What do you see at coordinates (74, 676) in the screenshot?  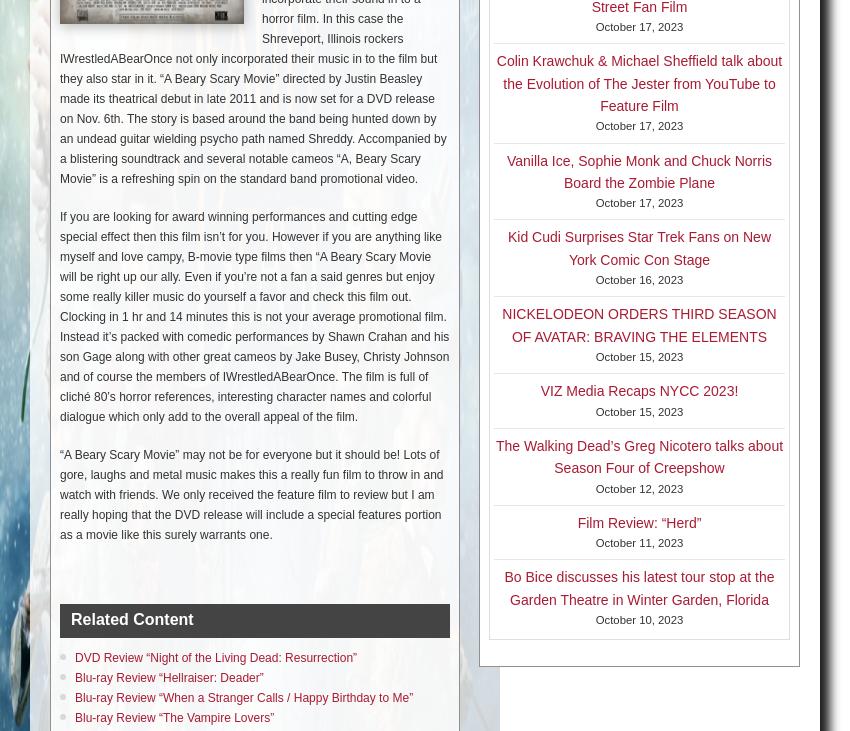 I see `'Blu-ray Review “Hellraiser: Deader”'` at bounding box center [74, 676].